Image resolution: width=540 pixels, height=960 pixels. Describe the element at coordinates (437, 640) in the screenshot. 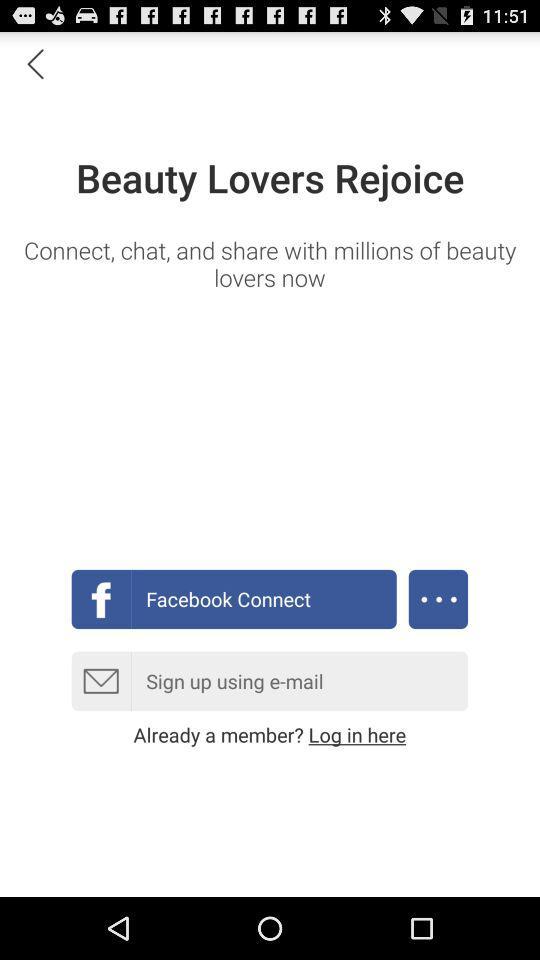

I see `the more icon` at that location.